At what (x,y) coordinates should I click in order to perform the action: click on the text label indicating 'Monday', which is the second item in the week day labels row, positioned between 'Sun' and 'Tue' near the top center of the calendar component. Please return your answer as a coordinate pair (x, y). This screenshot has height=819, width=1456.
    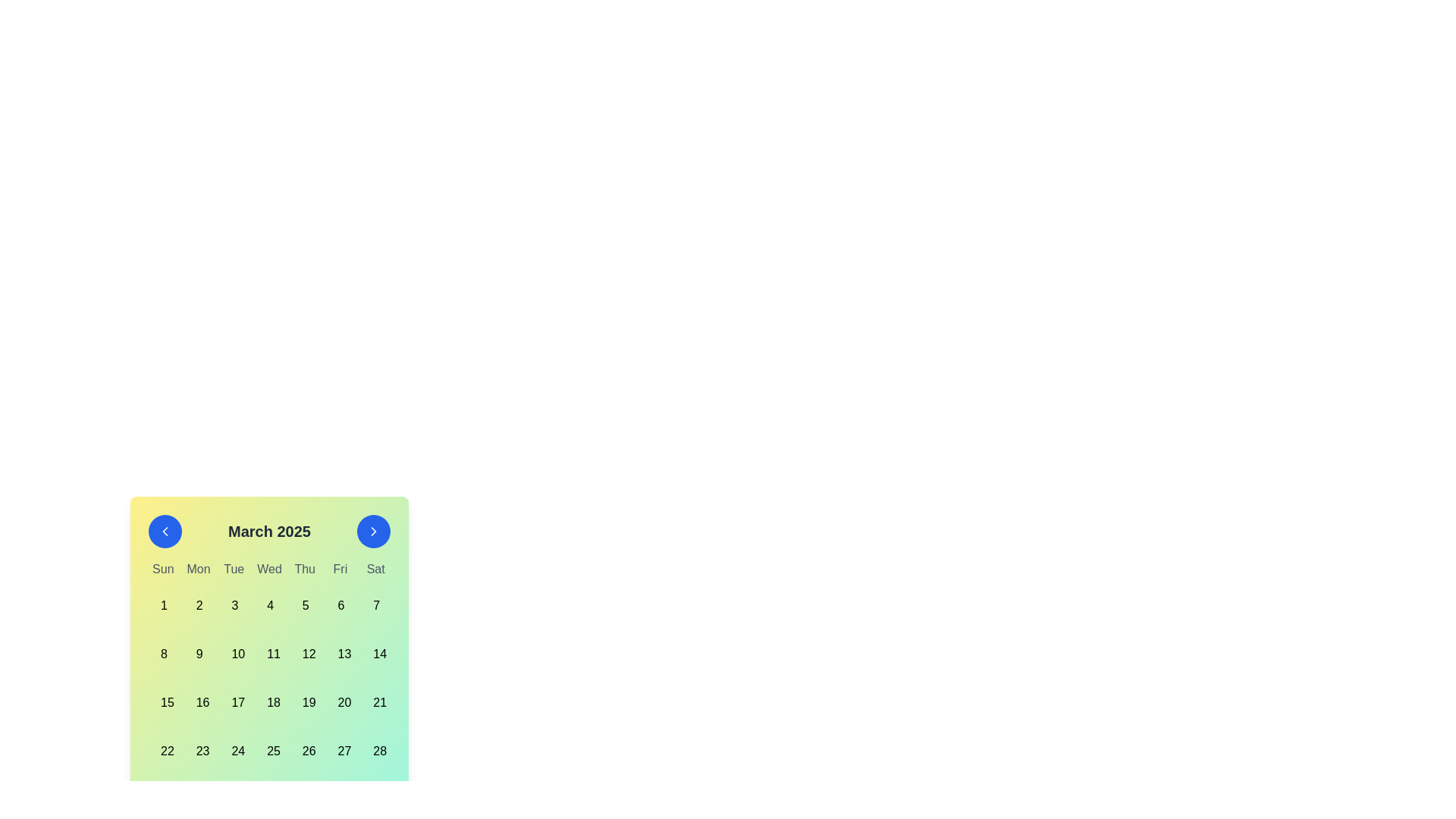
    Looking at the image, I should click on (198, 570).